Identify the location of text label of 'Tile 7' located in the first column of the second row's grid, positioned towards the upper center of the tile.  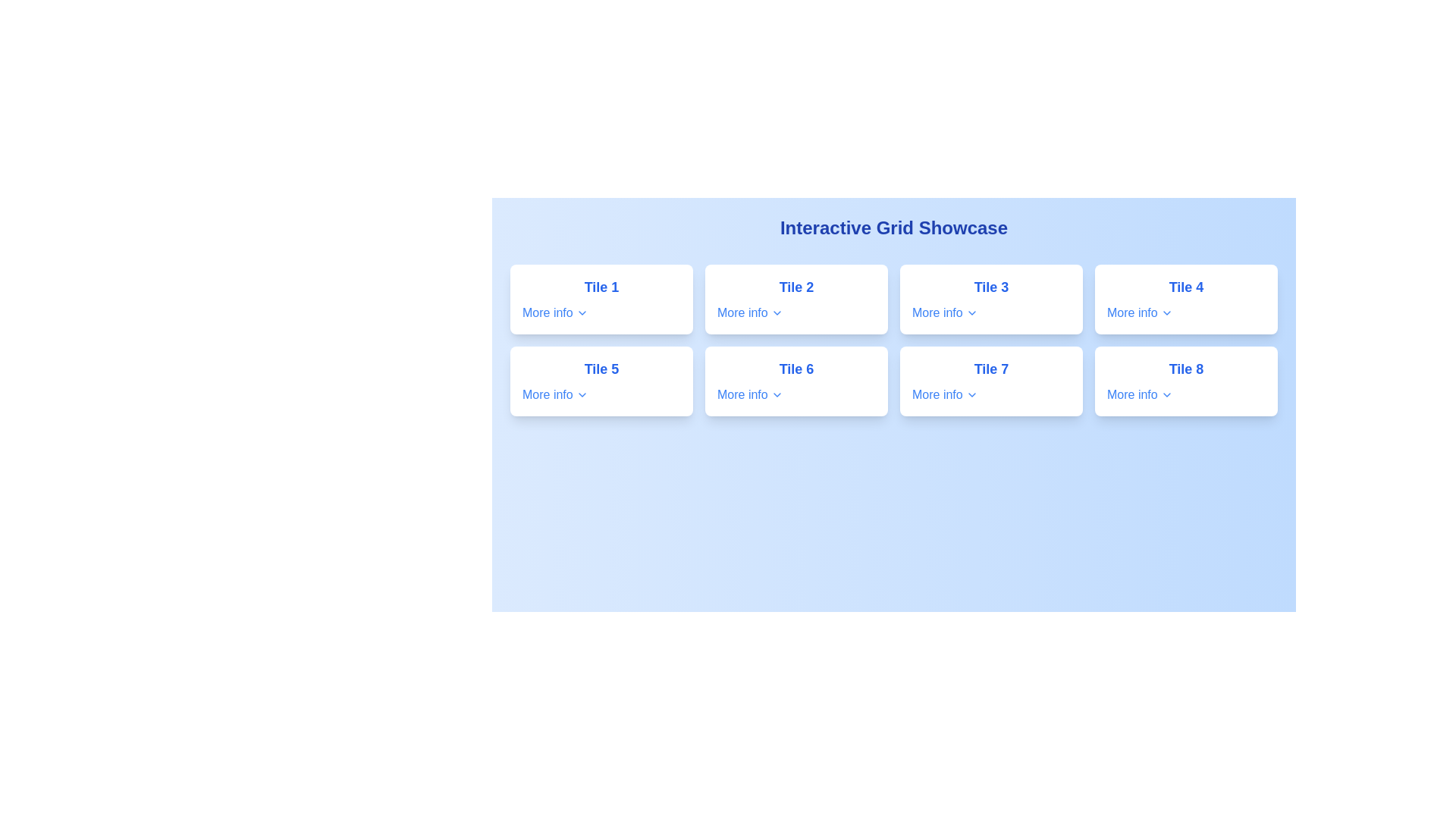
(991, 369).